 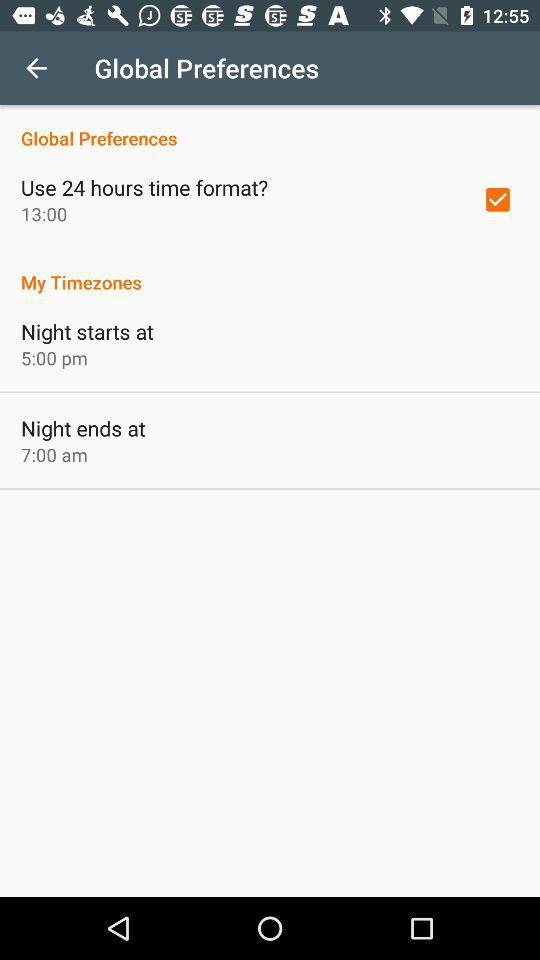 What do you see at coordinates (143, 187) in the screenshot?
I see `item below the global preferences` at bounding box center [143, 187].